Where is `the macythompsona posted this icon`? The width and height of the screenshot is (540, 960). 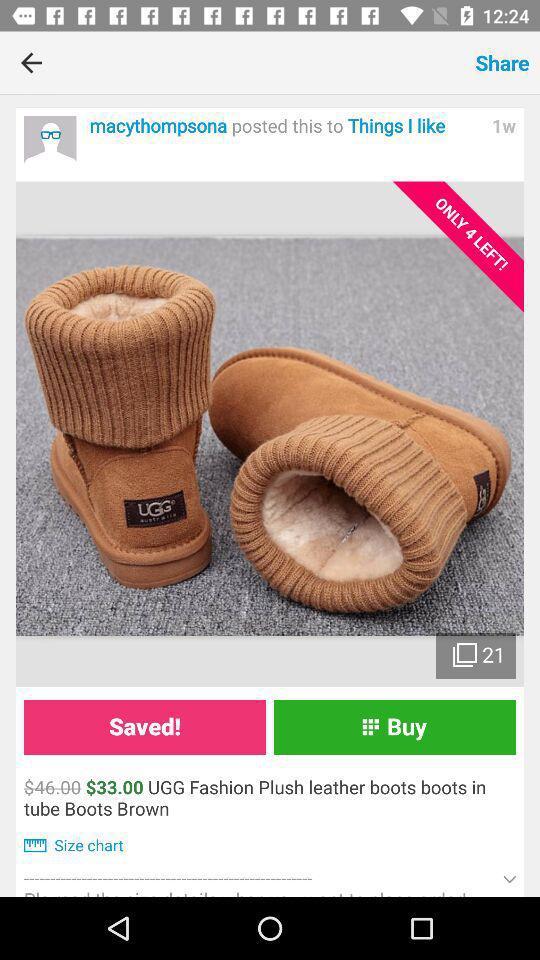 the macythompsona posted this icon is located at coordinates (284, 125).